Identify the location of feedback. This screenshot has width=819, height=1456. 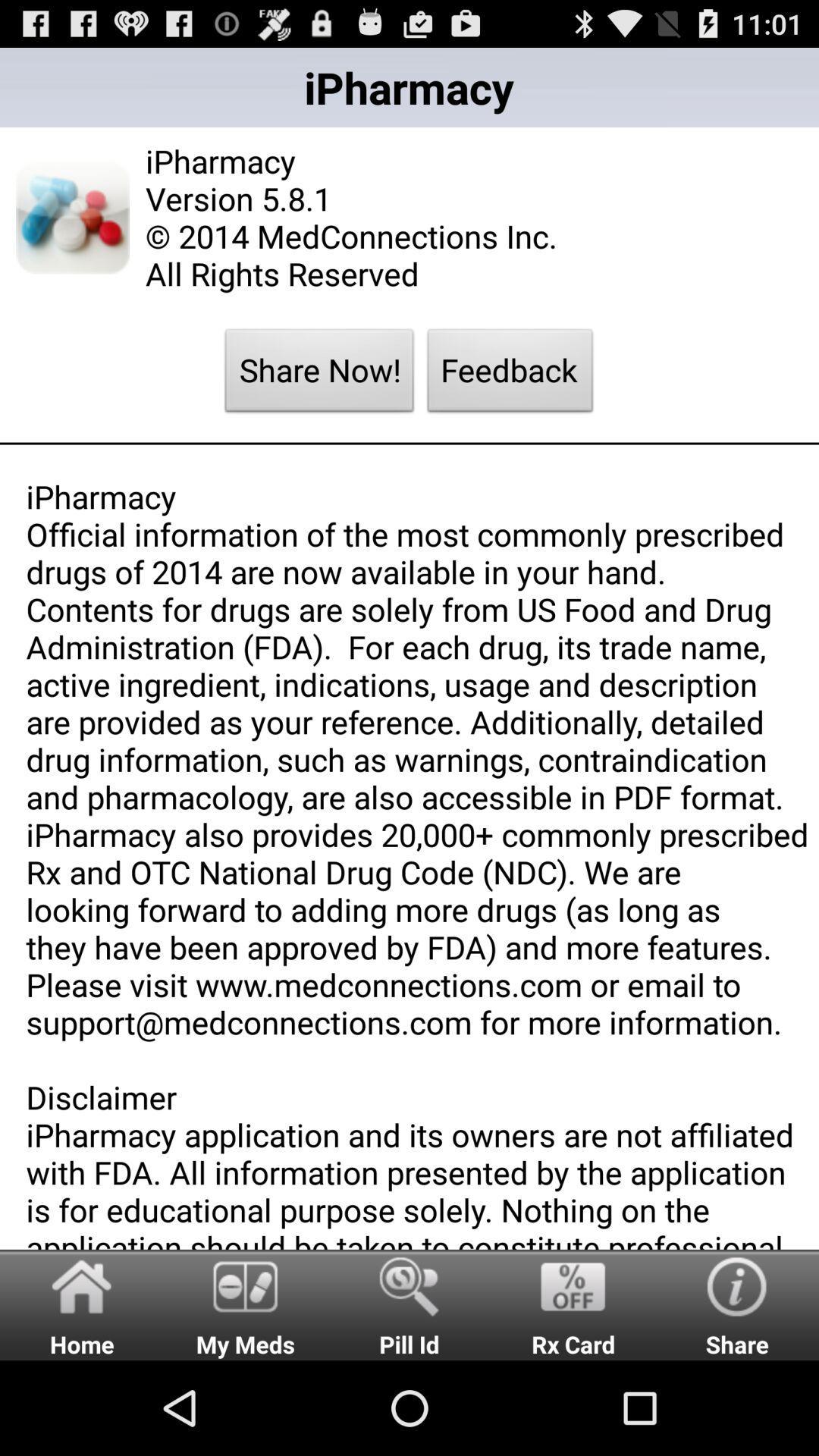
(510, 375).